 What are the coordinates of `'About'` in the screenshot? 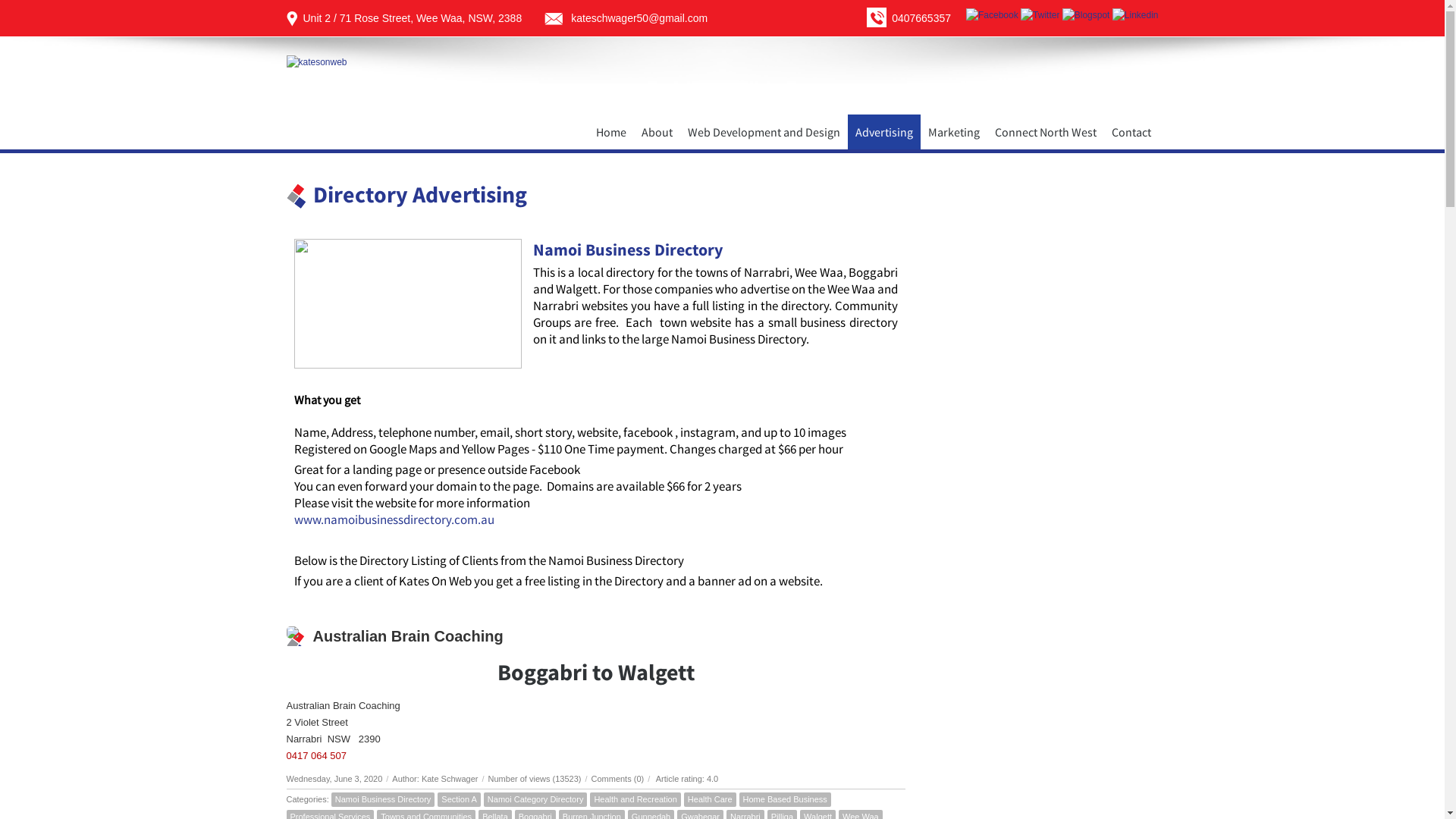 It's located at (657, 130).